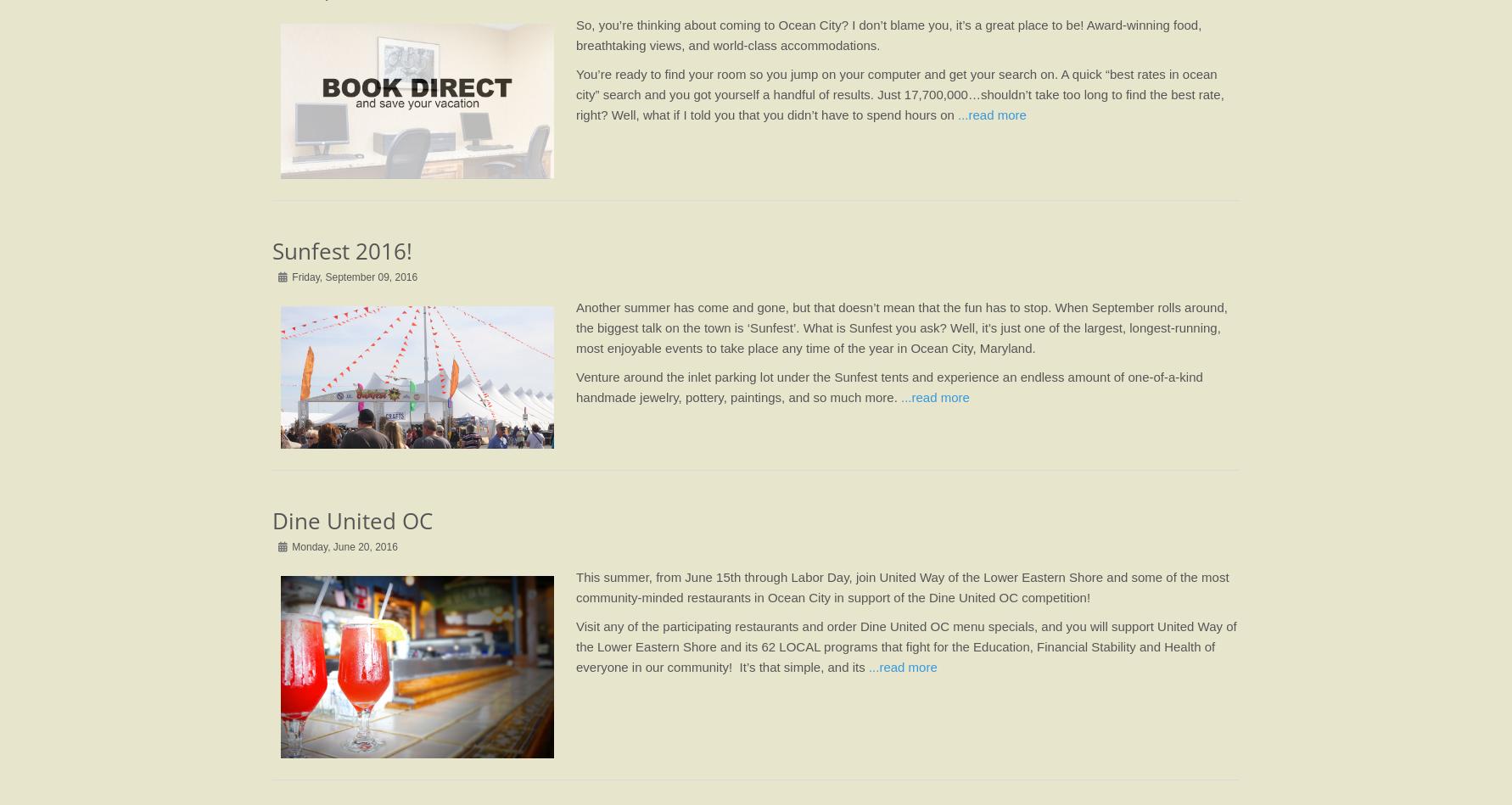  I want to click on 'Visit any of the participating restaurants and order Dine United OC menu specials, and you will support United Way of the Lower Eastern Shore and its 62 LOCAL programs that fight for the Education, Financial Stability and Health of everyone in our community!  It’s that simple, and its', so click(904, 646).